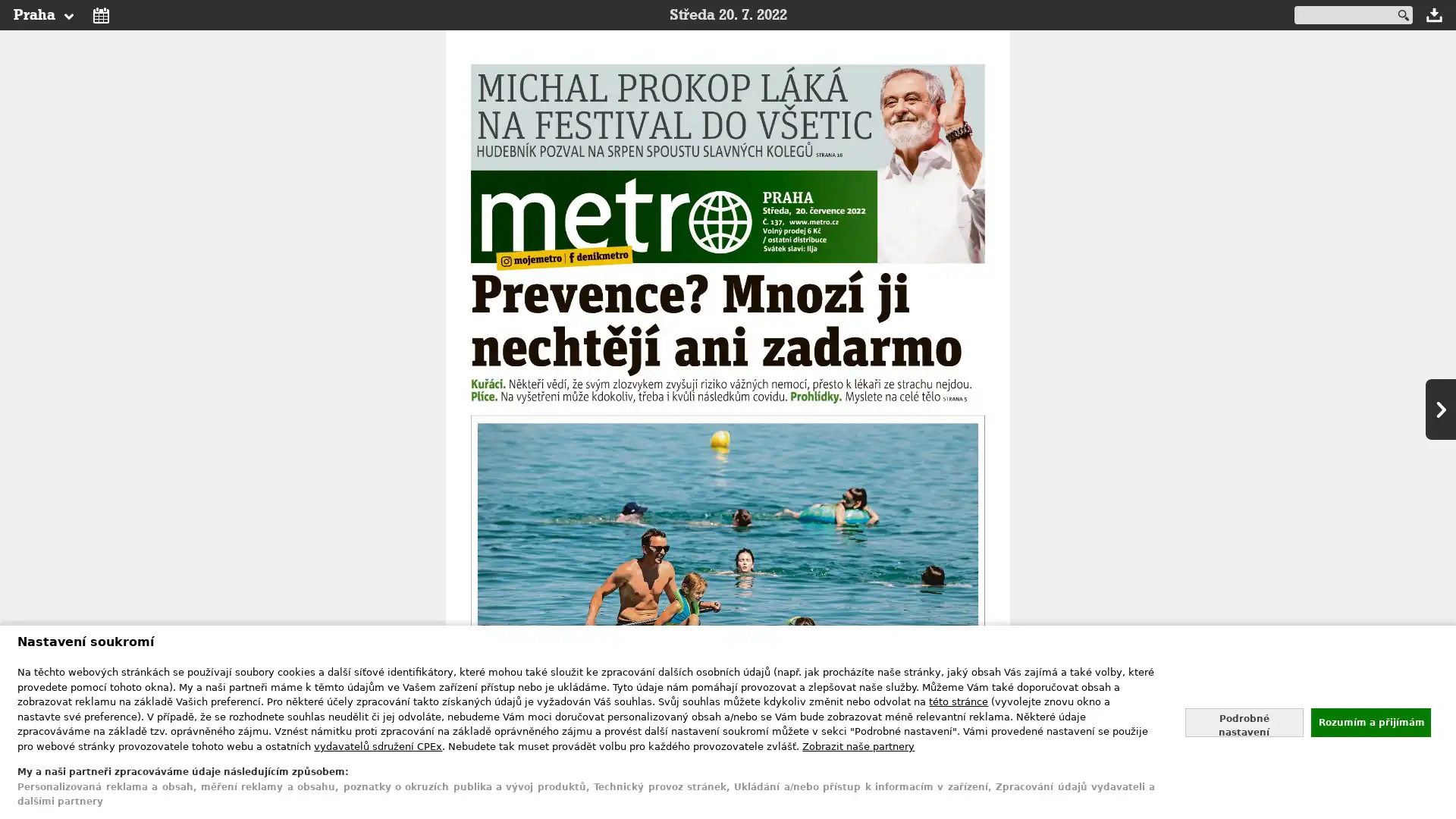 Image resolution: width=1456 pixels, height=819 pixels. I want to click on Zobrazit nase partnery, so click(858, 745).